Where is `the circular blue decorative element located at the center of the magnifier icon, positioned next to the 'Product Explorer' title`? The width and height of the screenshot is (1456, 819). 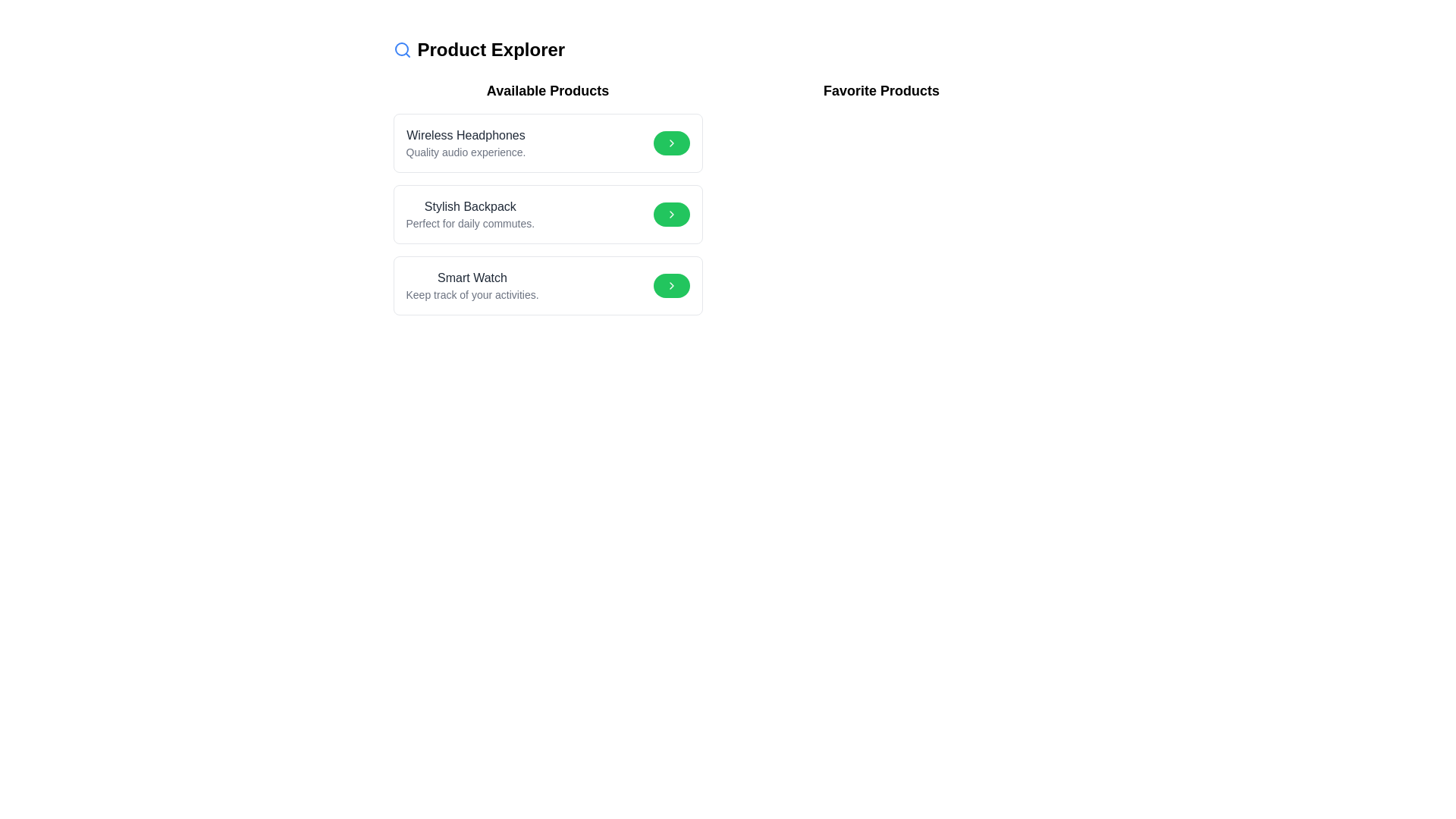
the circular blue decorative element located at the center of the magnifier icon, positioned next to the 'Product Explorer' title is located at coordinates (401, 49).